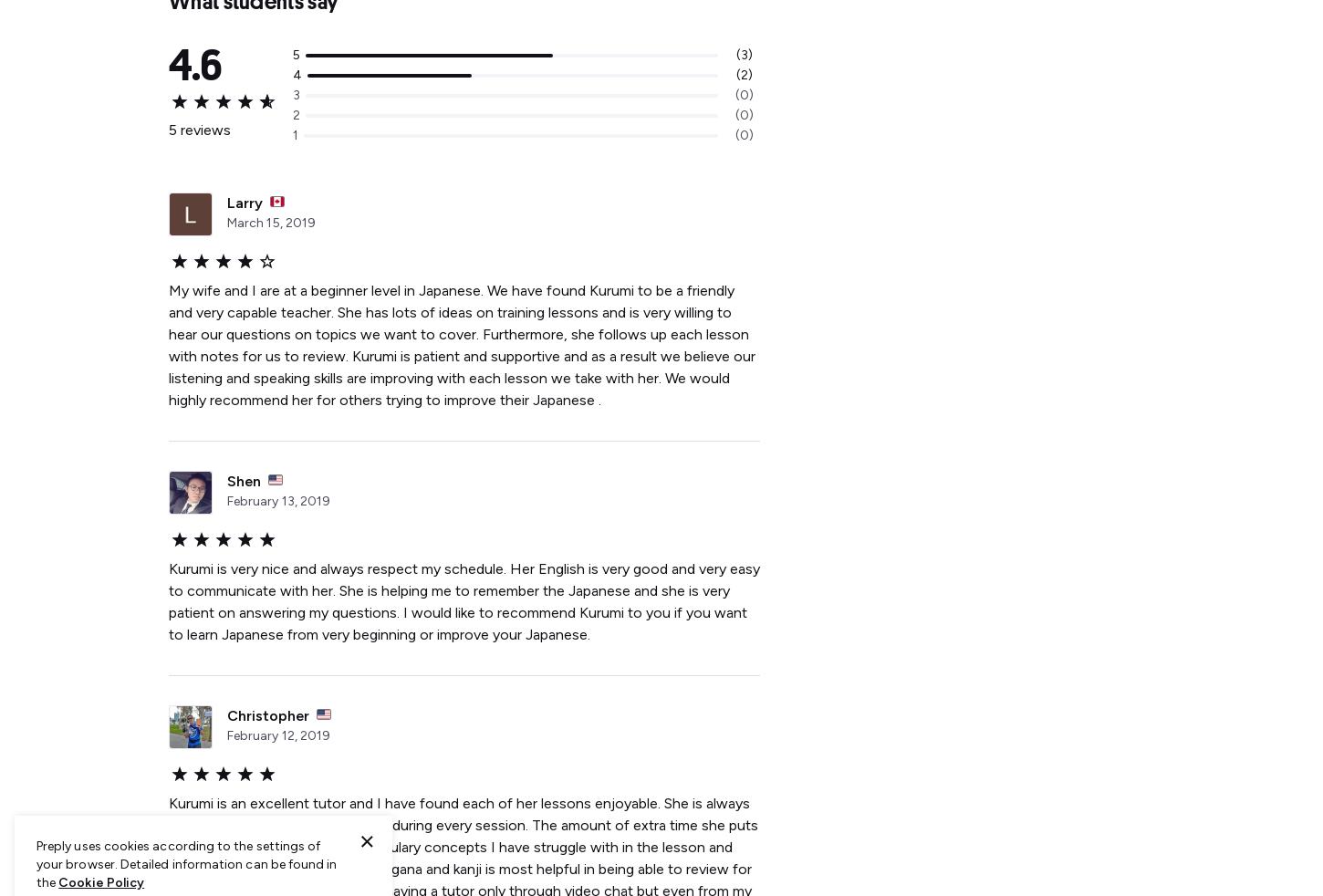 The height and width of the screenshot is (896, 1323). Describe the element at coordinates (286, 500) in the screenshot. I see `'13'` at that location.